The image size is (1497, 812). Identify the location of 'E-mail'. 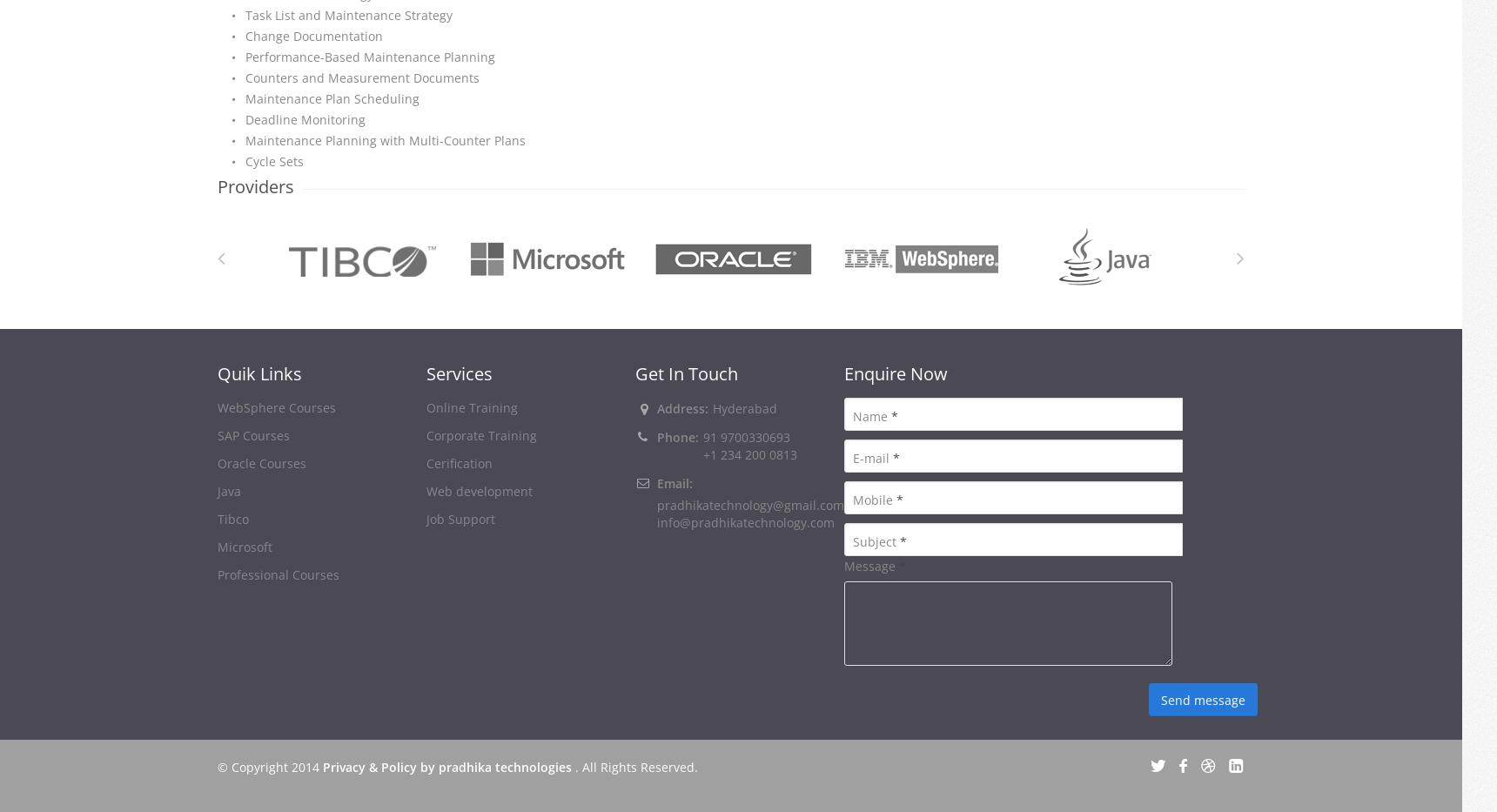
(872, 457).